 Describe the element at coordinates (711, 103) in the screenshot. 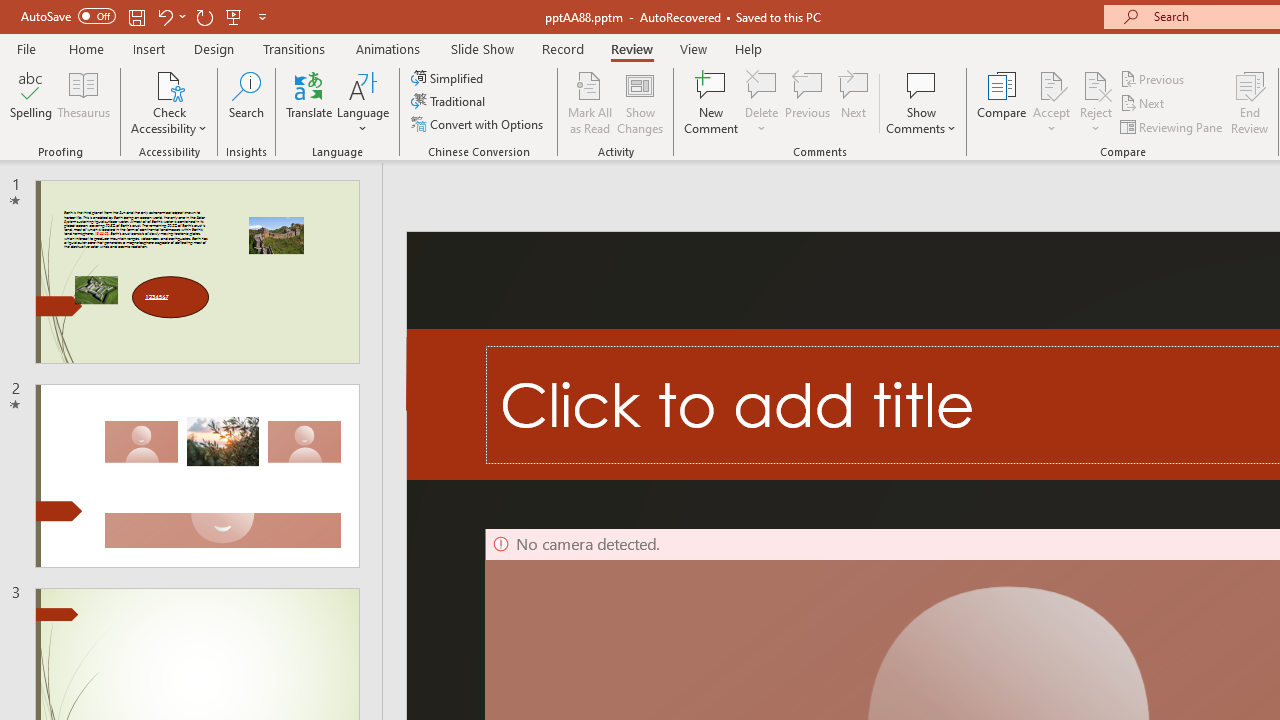

I see `'New Comment'` at that location.